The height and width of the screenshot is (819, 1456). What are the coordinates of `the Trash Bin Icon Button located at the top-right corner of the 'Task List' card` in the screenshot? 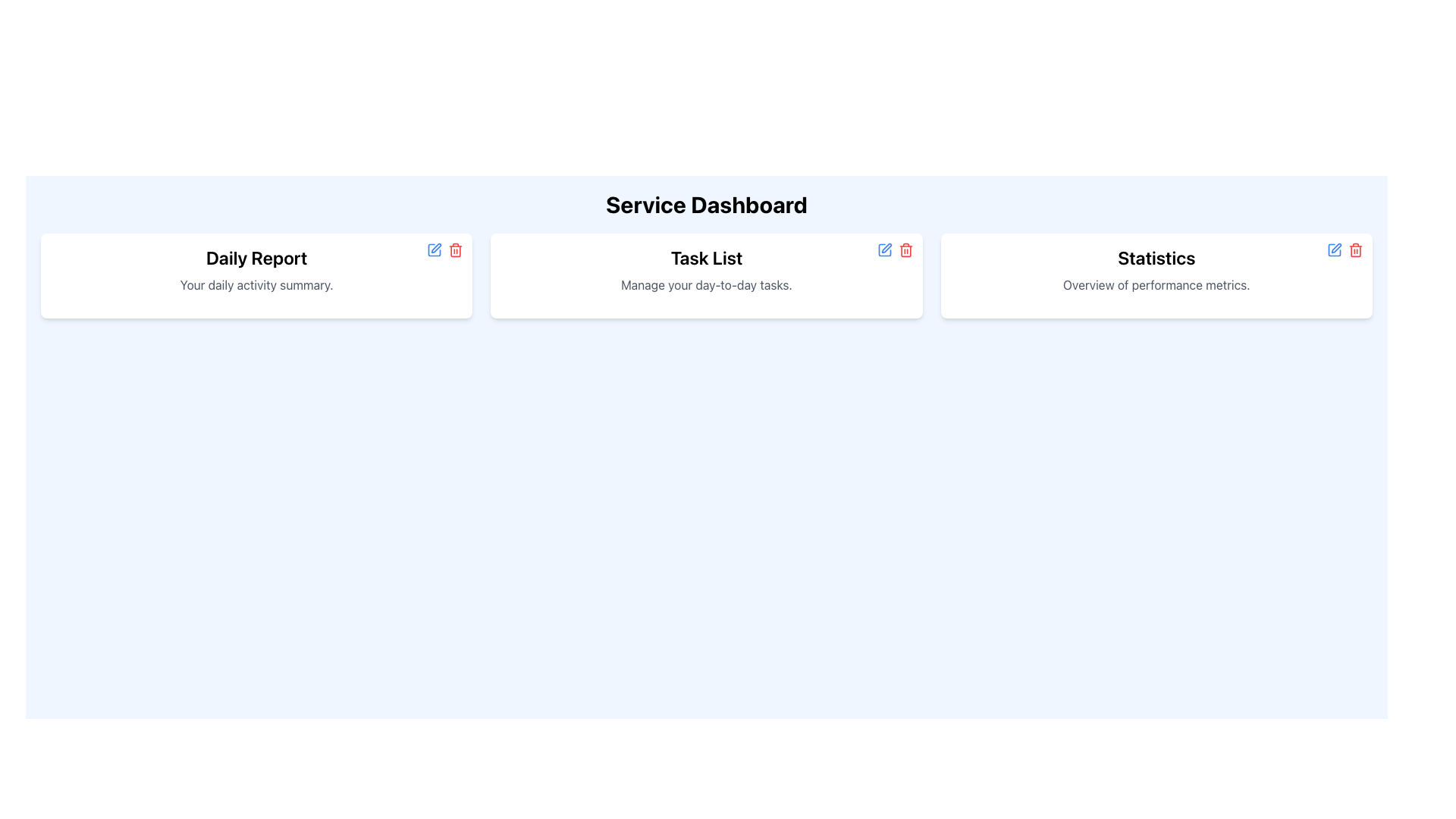 It's located at (905, 249).